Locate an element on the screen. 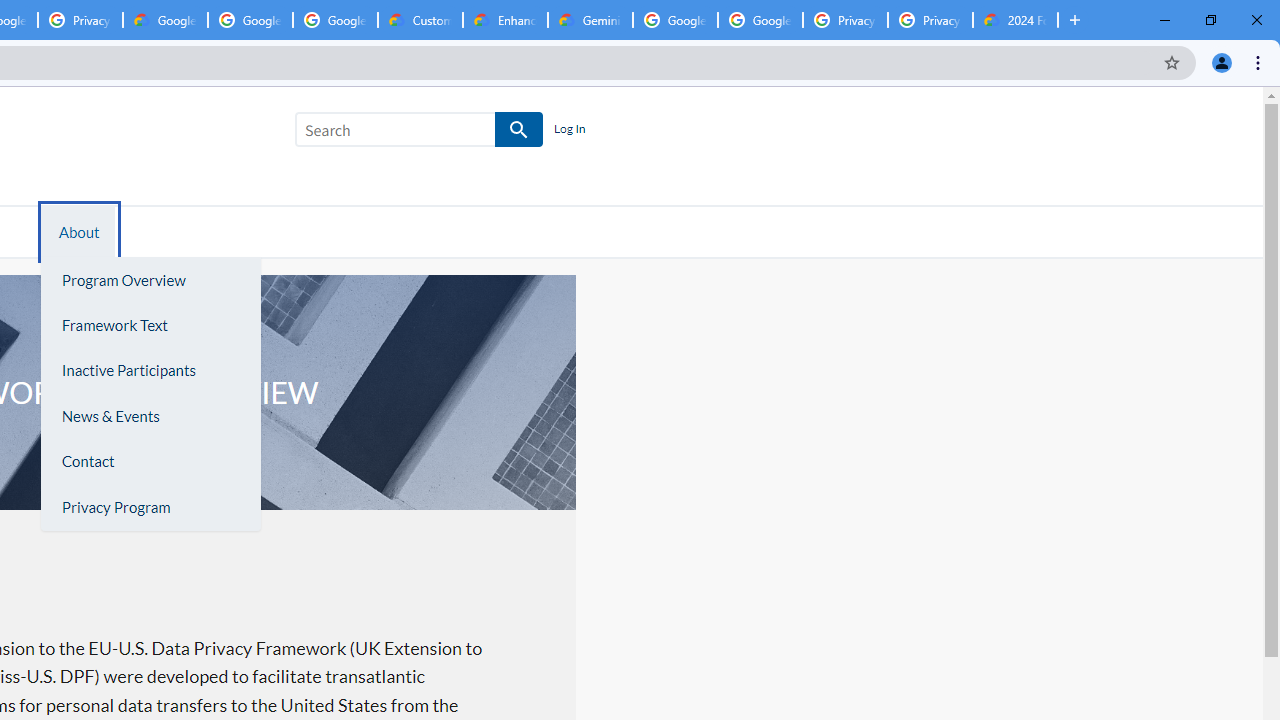 This screenshot has width=1280, height=720. 'Google Workspace - Specific Terms' is located at coordinates (335, 20).